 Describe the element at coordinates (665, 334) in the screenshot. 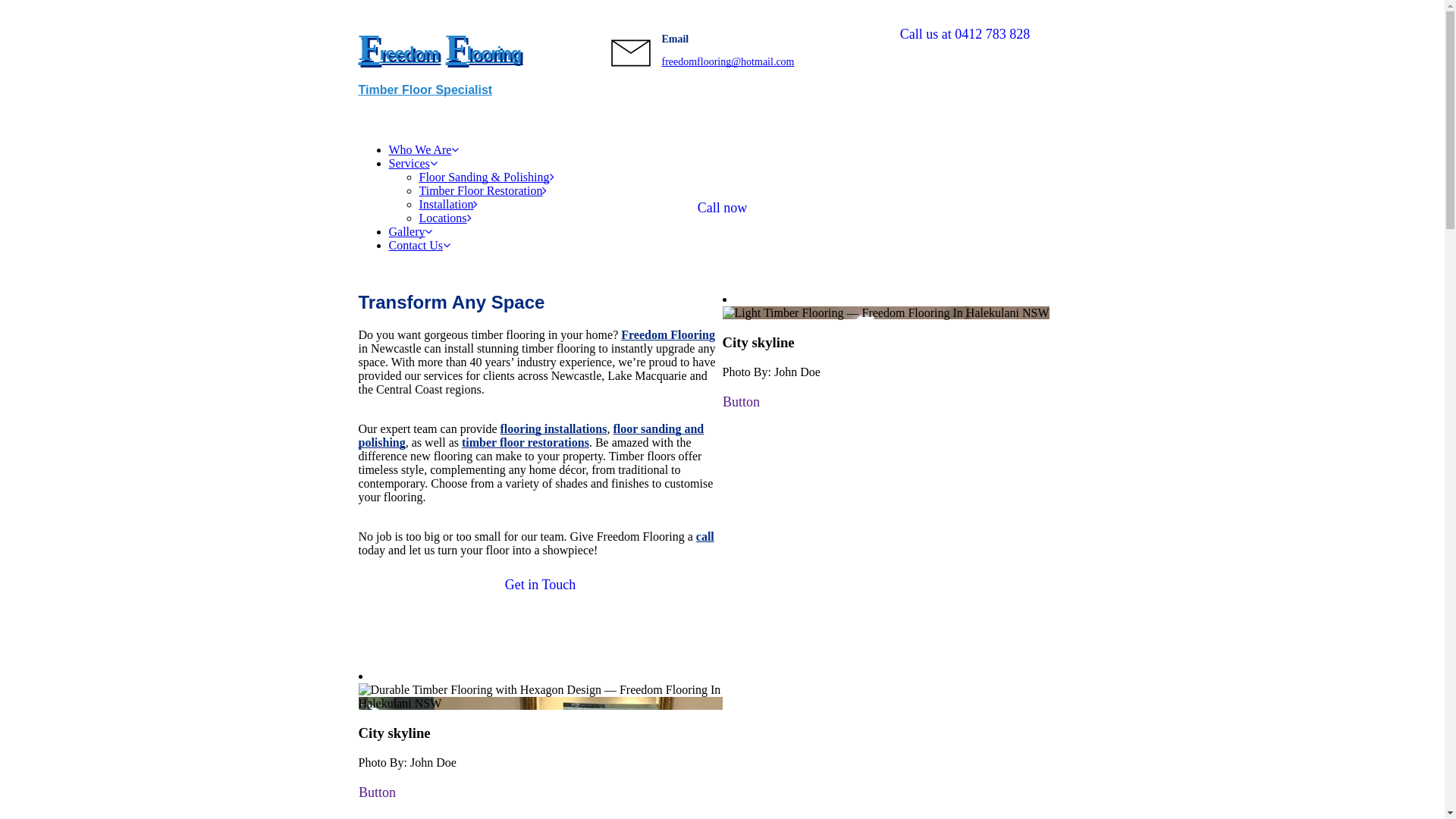

I see `'Freedom Floorin'` at that location.